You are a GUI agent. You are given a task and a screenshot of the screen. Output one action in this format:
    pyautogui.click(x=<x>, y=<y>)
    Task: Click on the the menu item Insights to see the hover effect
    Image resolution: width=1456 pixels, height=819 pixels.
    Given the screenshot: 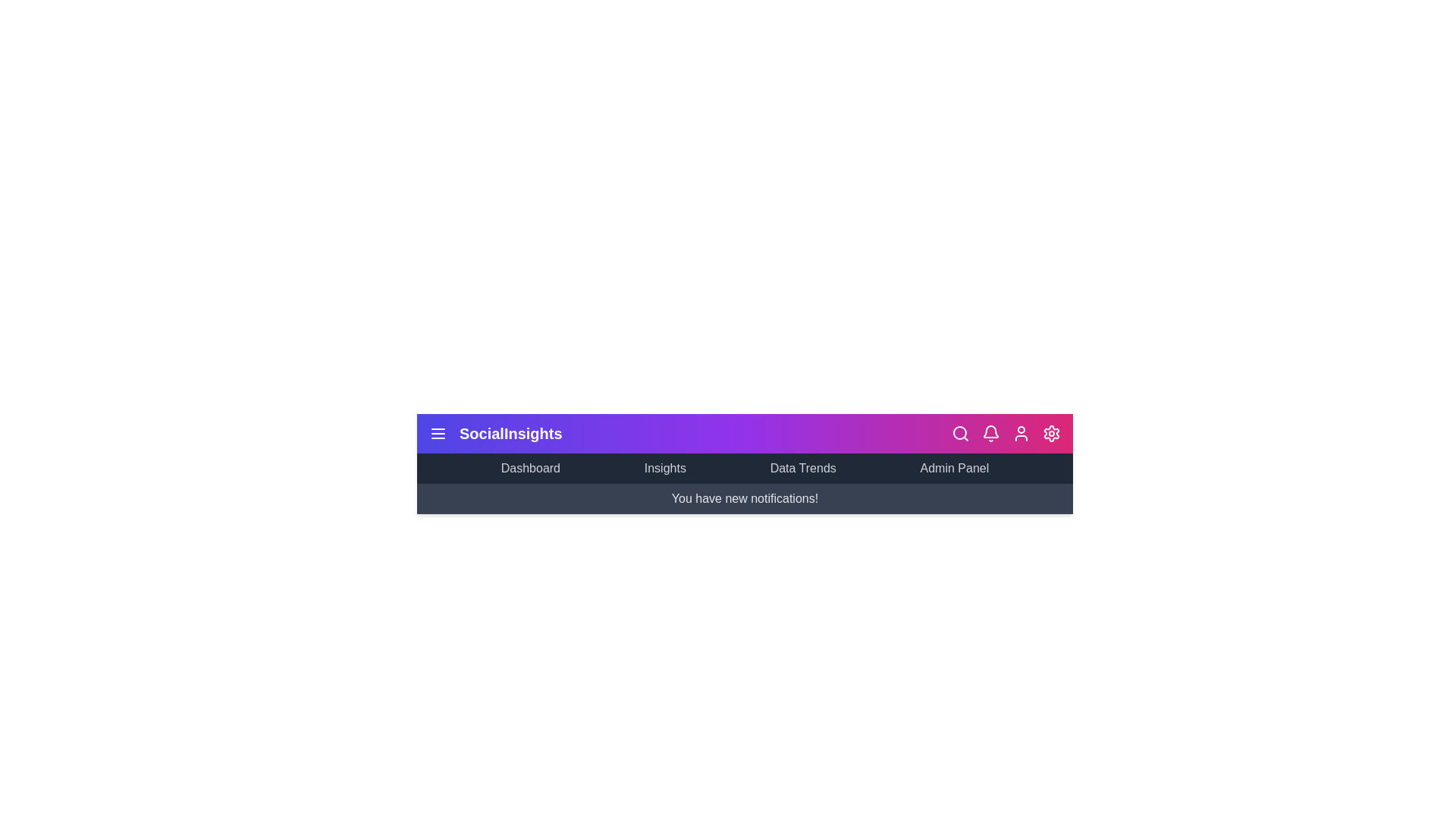 What is the action you would take?
    pyautogui.click(x=665, y=467)
    